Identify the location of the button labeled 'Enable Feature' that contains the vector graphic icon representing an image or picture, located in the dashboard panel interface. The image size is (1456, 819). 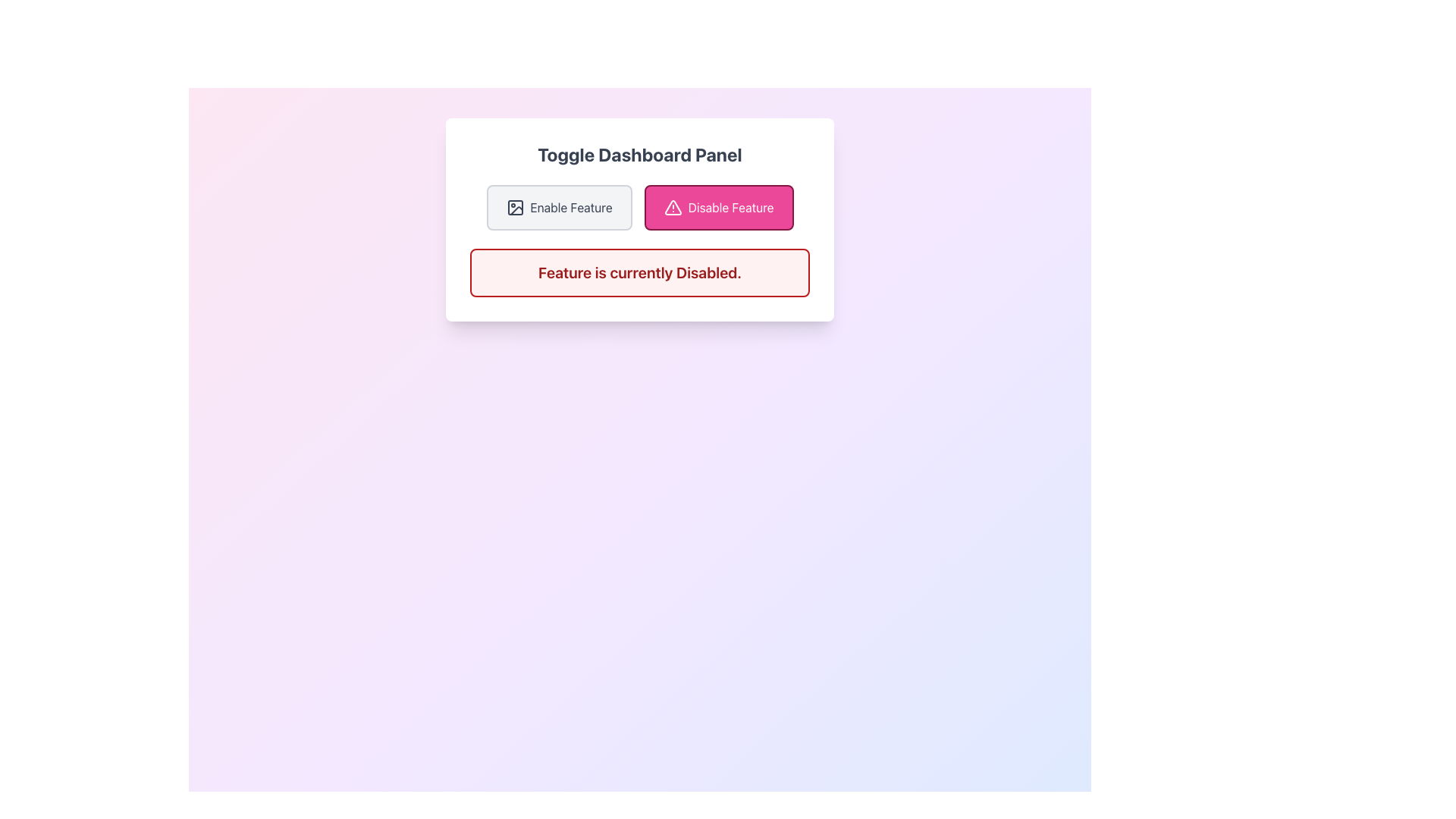
(516, 210).